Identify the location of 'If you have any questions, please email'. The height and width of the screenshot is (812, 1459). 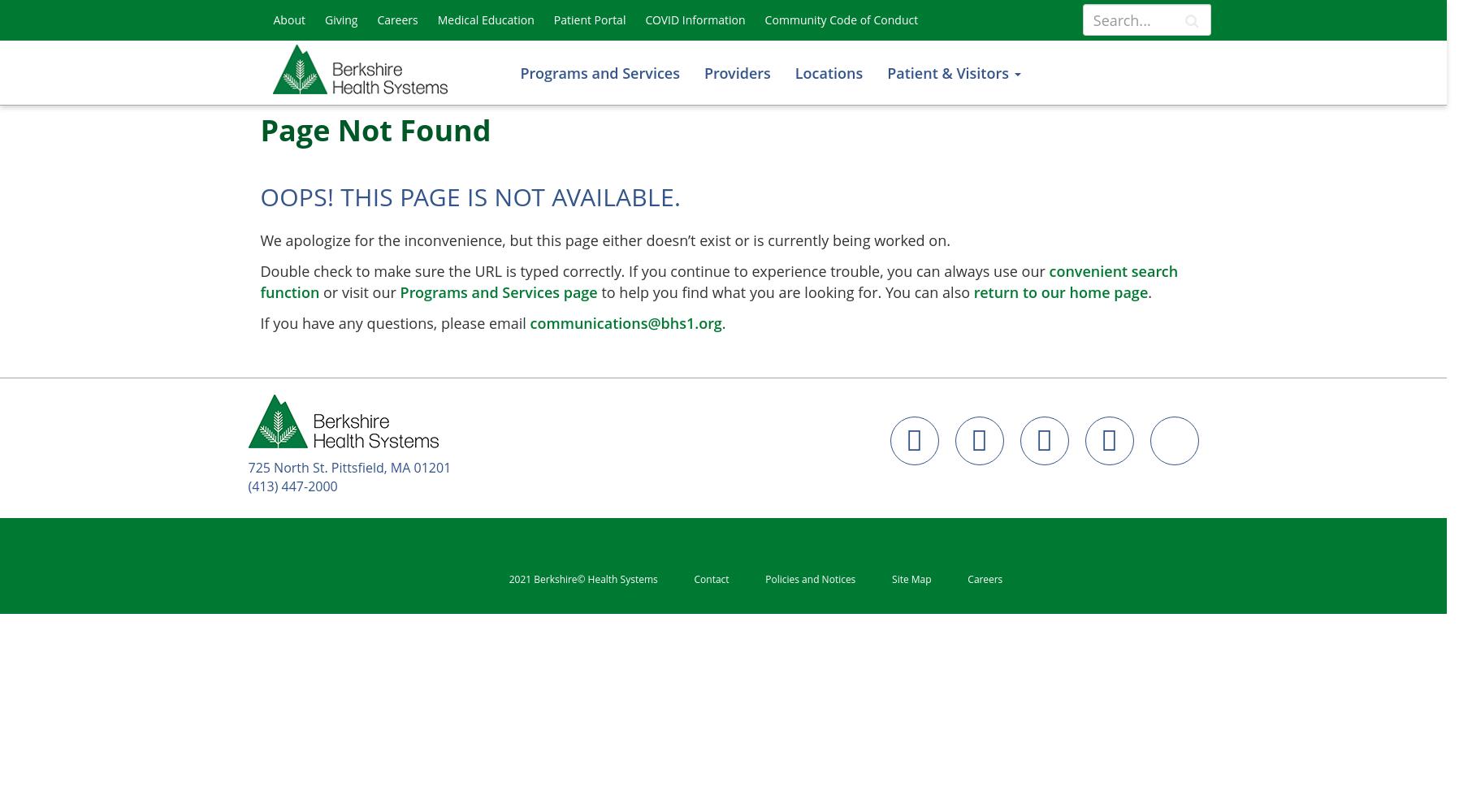
(393, 323).